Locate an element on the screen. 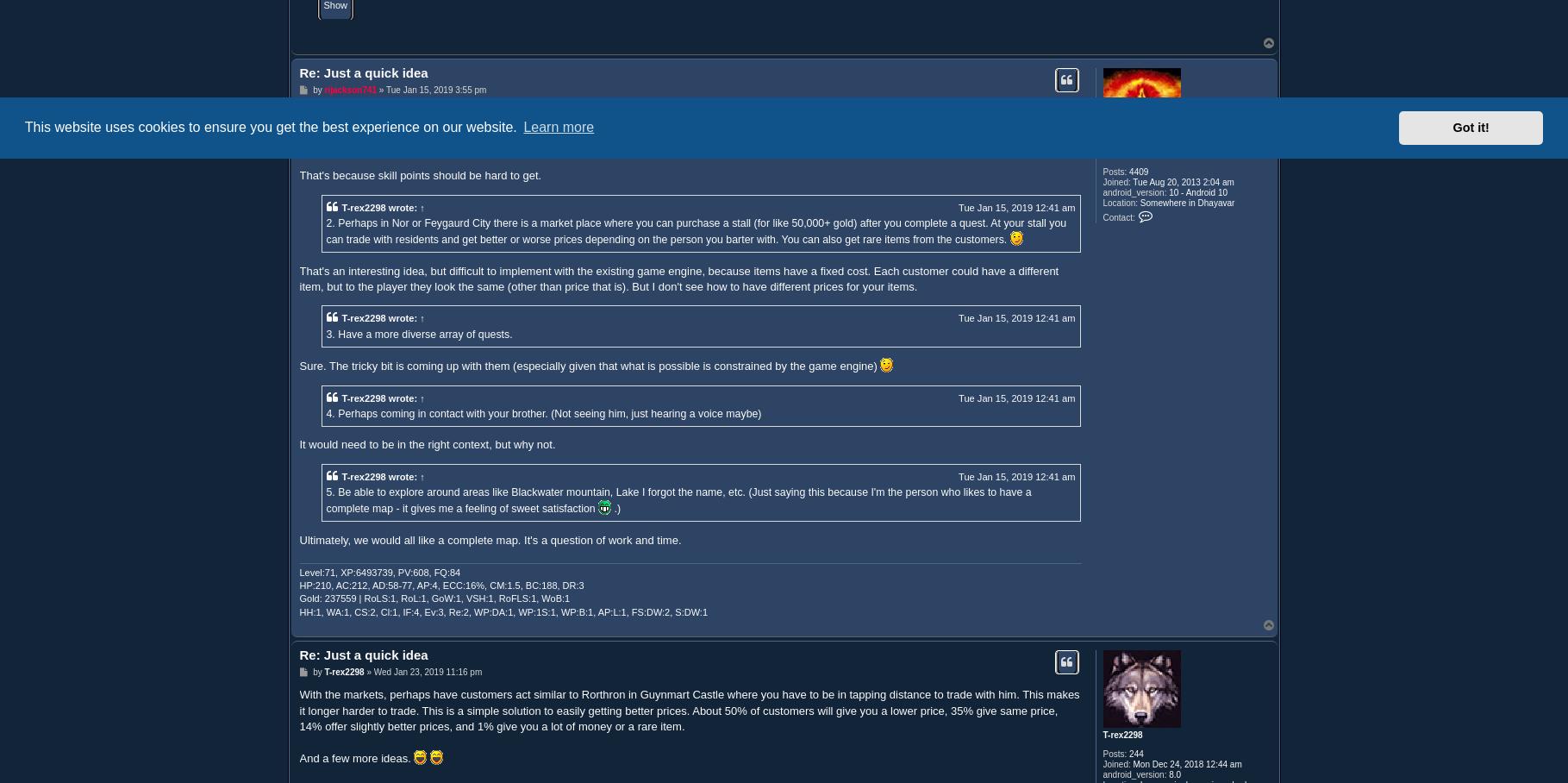  '4. Perhaps coming in contact with your brother. (Not seeing him, just hearing a voice maybe)' is located at coordinates (543, 411).